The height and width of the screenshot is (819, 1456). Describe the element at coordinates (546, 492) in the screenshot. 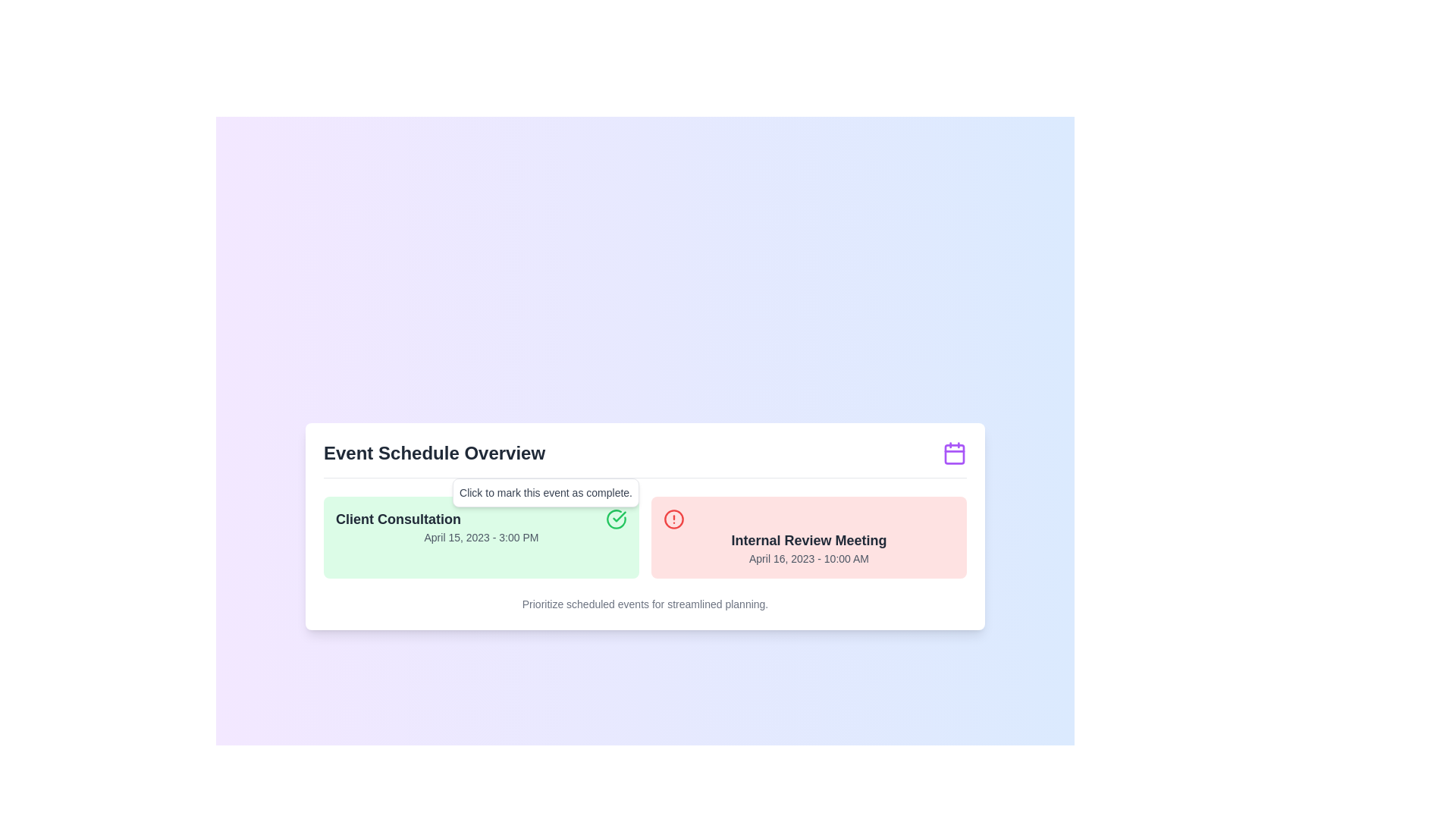

I see `the static text label that reads 'Click to mark this event as complete.' which is styled in a small gray font and located near the top right of the green event card labeled 'Client Consultation'` at that location.